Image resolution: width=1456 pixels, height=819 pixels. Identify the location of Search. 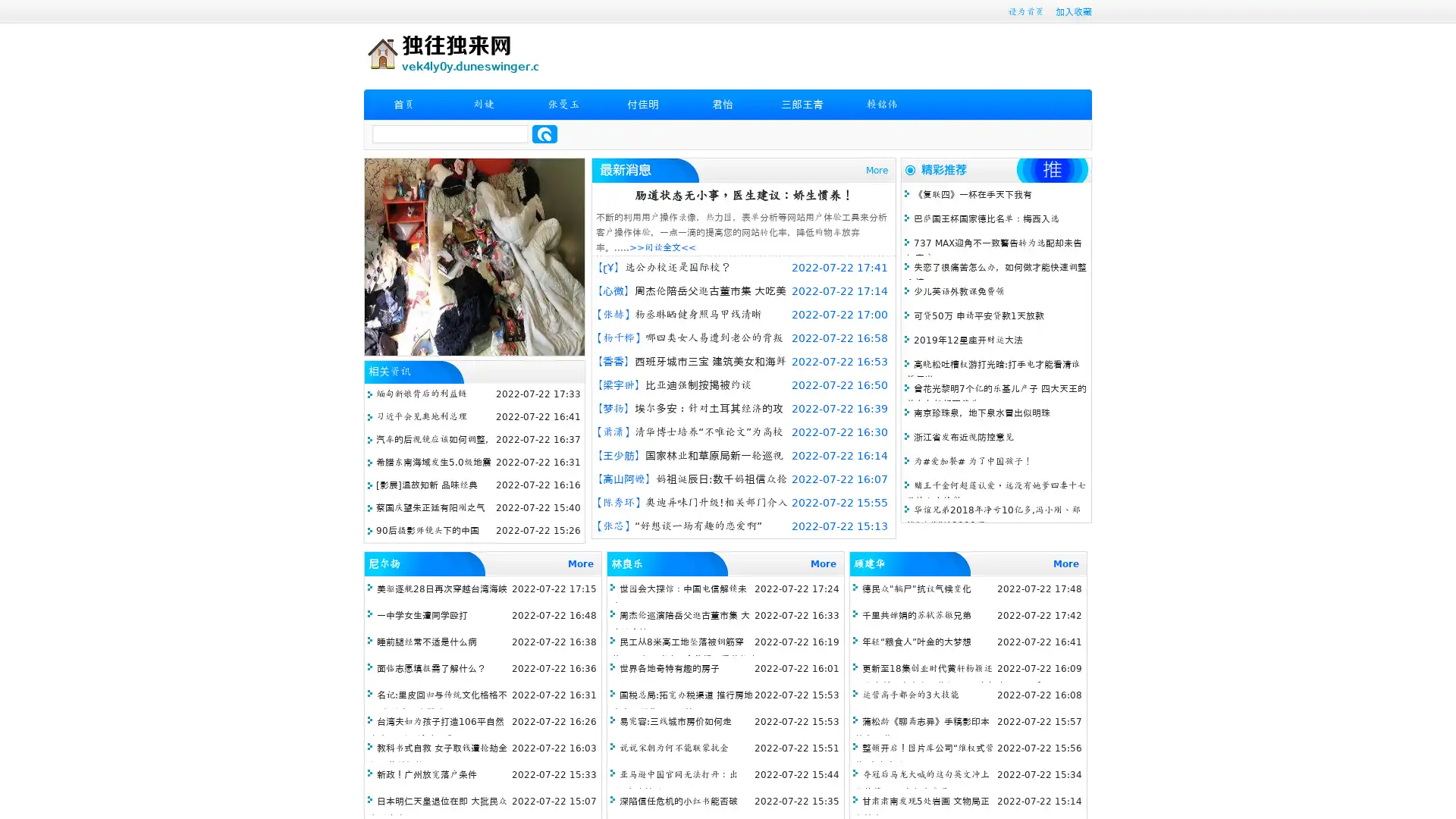
(544, 133).